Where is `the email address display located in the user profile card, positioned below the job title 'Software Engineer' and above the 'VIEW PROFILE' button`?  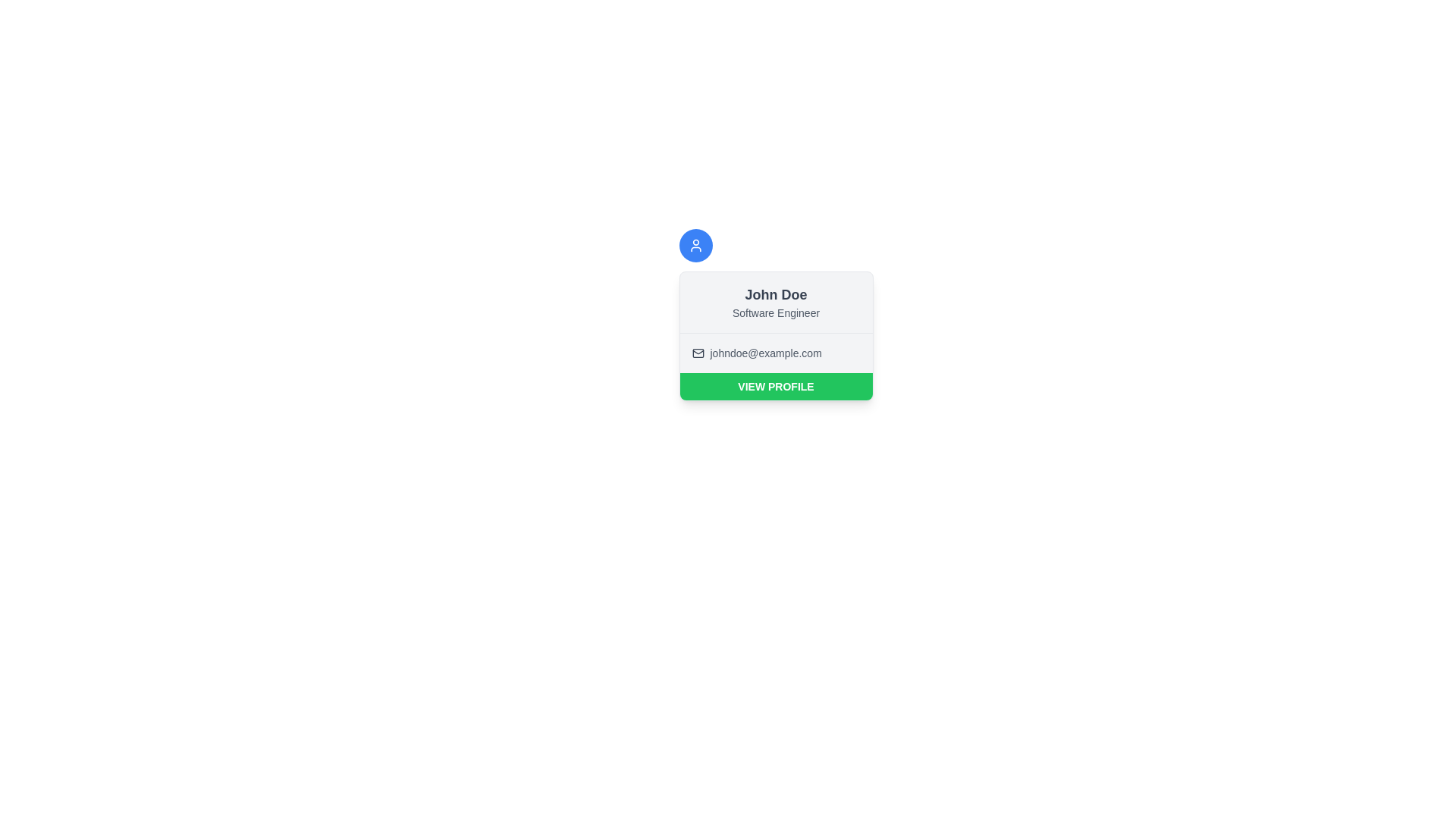
the email address display located in the user profile card, positioned below the job title 'Software Engineer' and above the 'VIEW PROFILE' button is located at coordinates (776, 353).